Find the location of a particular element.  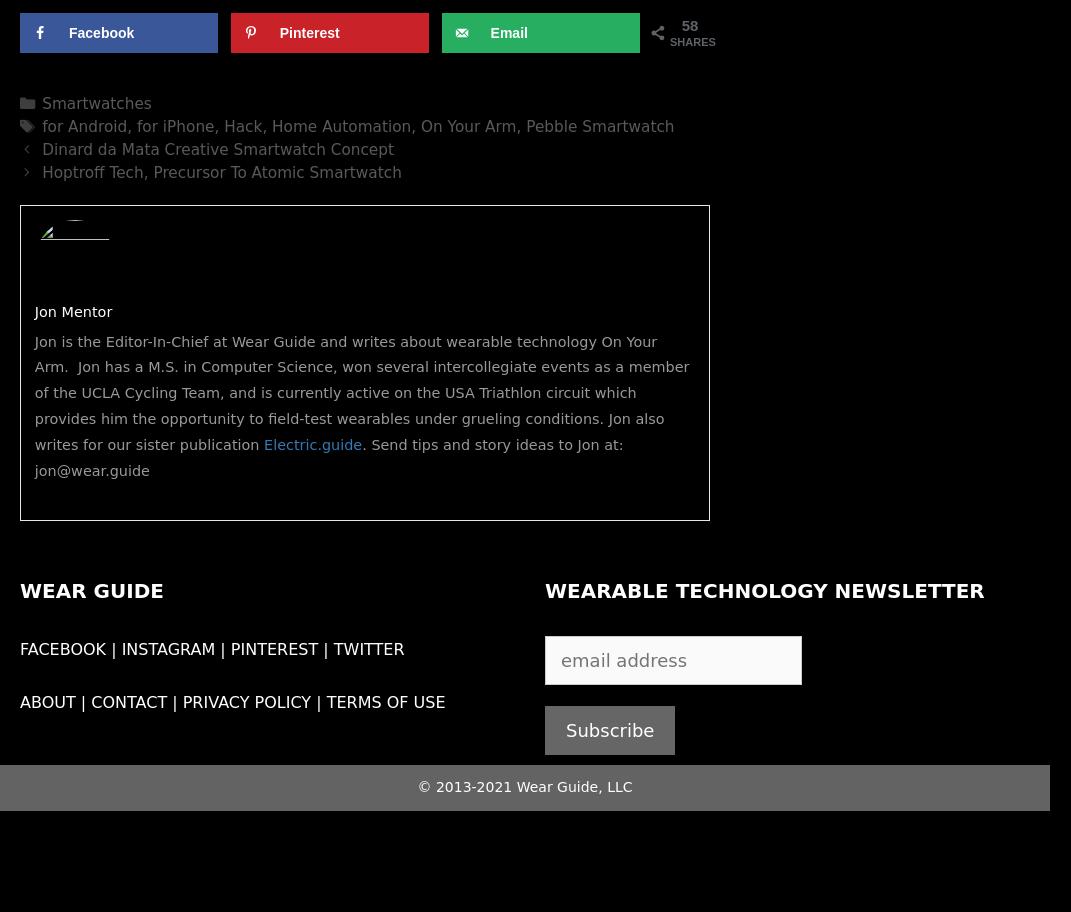

'58' is located at coordinates (688, 24).